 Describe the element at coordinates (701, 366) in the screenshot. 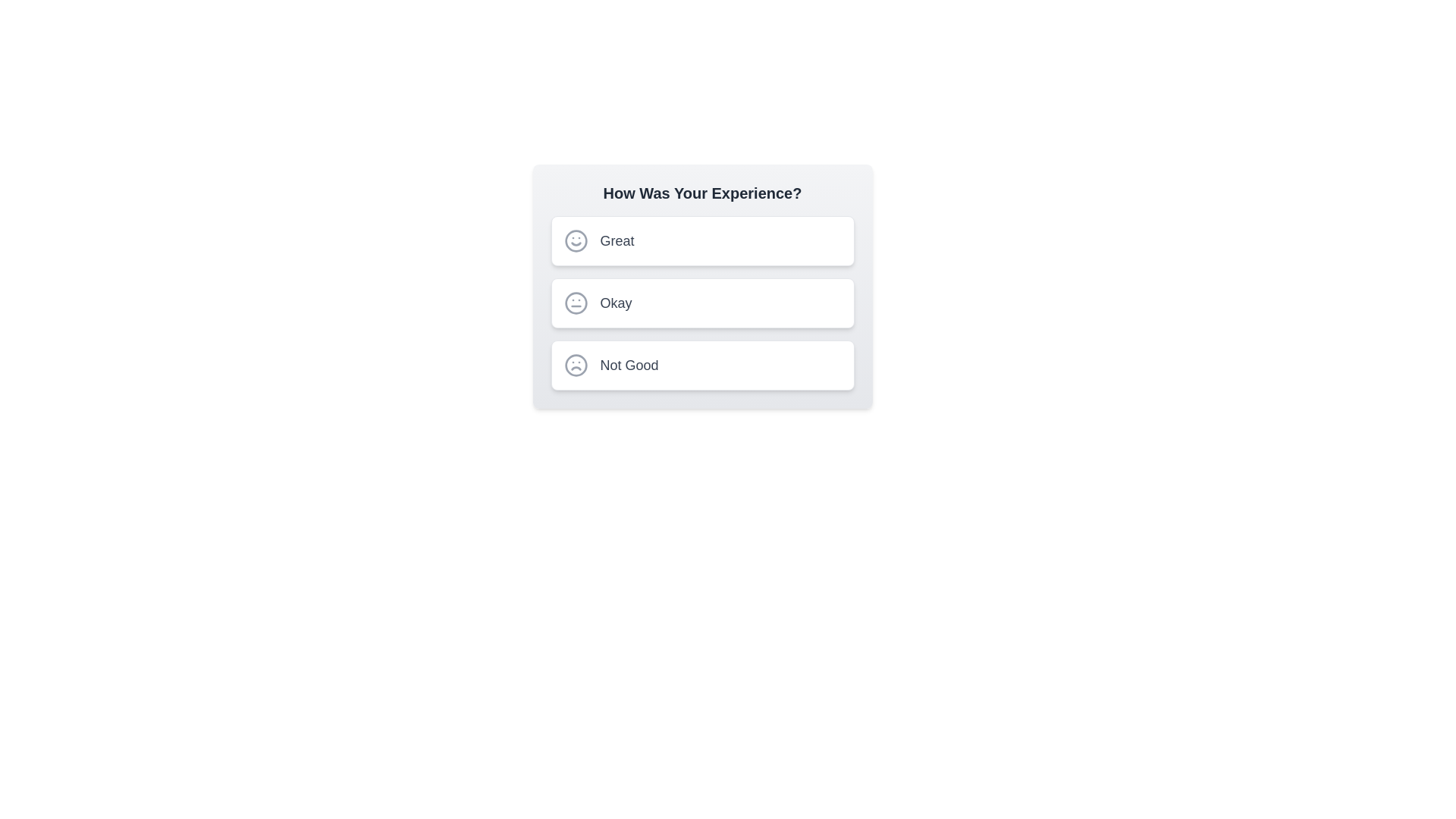

I see `the 'Not Good' button, which is the third button in a vertical stack of three buttons, located beneath the 'Great' and 'Okay' buttons` at that location.